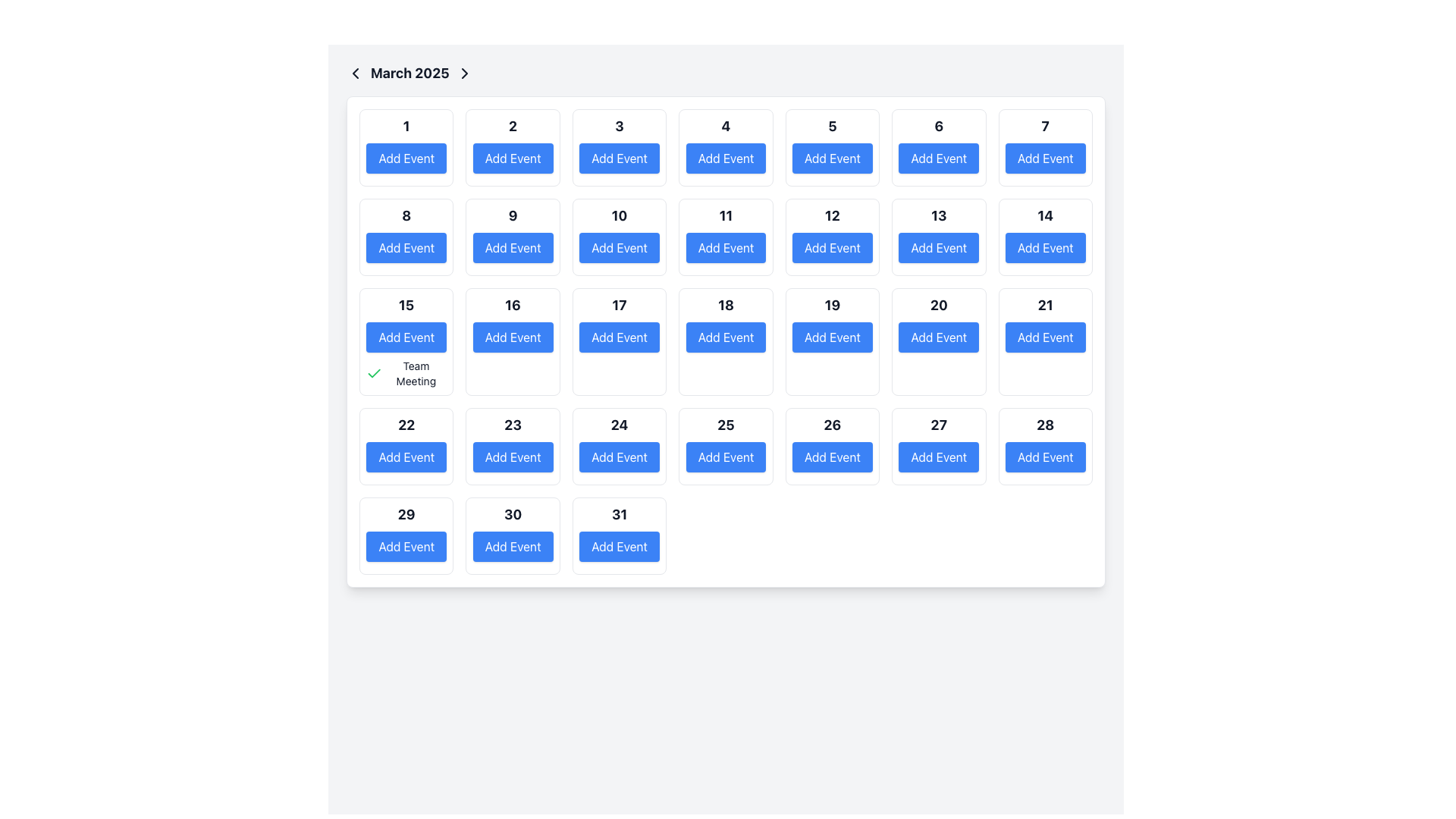  Describe the element at coordinates (513, 547) in the screenshot. I see `the 'Add Event' button with a blue background and white text` at that location.